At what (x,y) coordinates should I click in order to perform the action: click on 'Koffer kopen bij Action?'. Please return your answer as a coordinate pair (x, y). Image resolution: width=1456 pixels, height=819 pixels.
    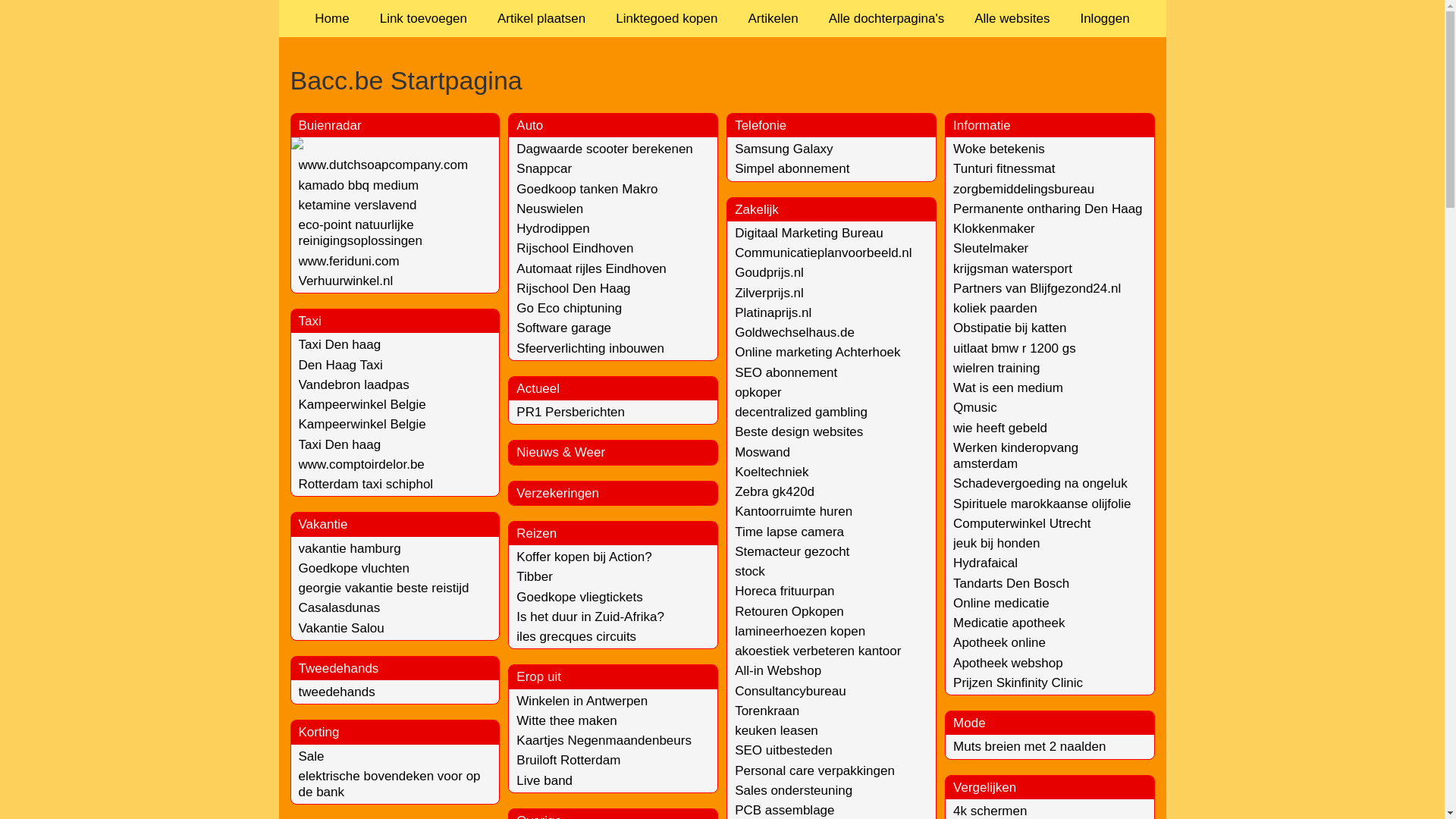
    Looking at the image, I should click on (582, 557).